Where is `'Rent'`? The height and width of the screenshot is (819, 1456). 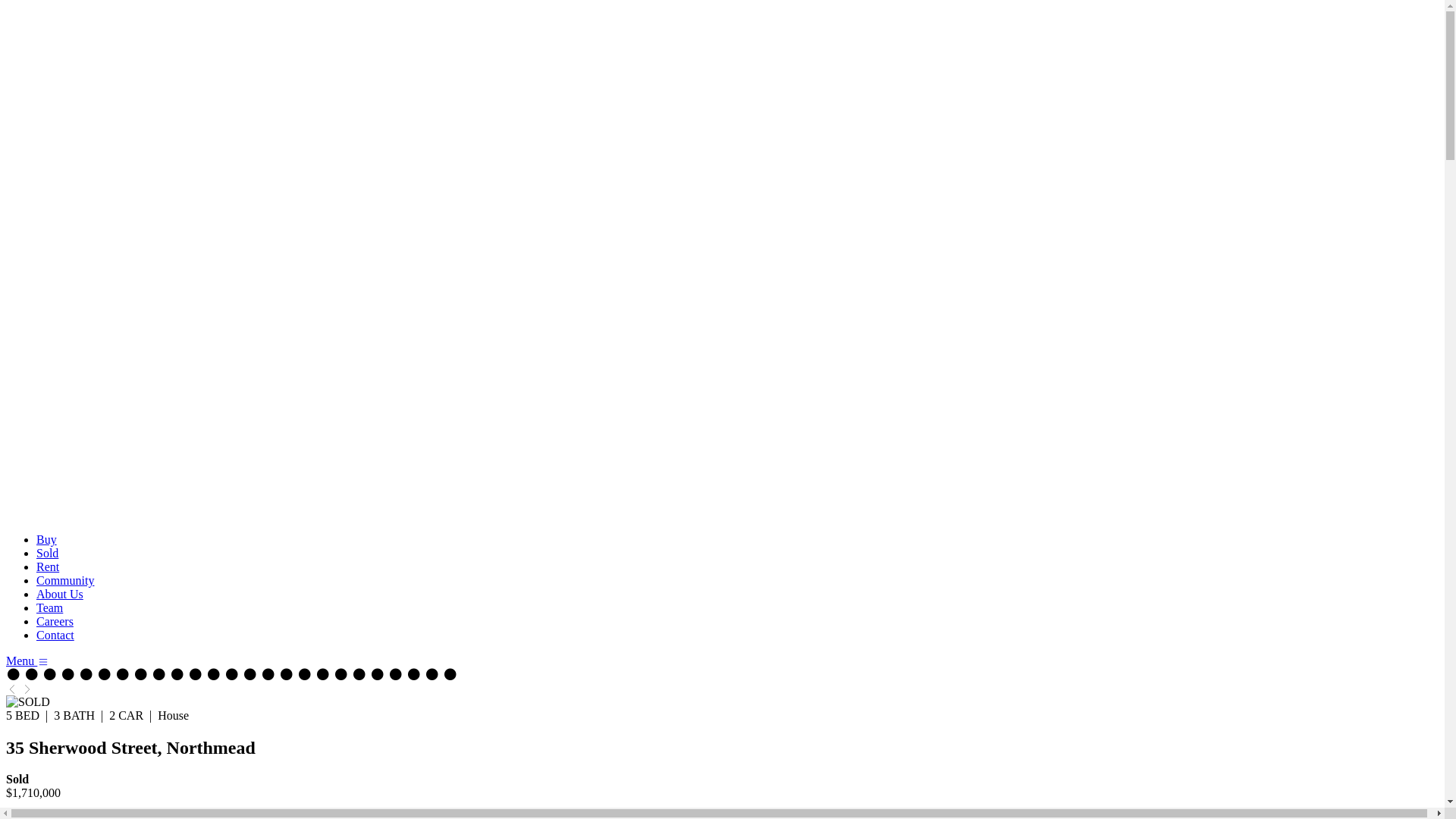 'Rent' is located at coordinates (47, 566).